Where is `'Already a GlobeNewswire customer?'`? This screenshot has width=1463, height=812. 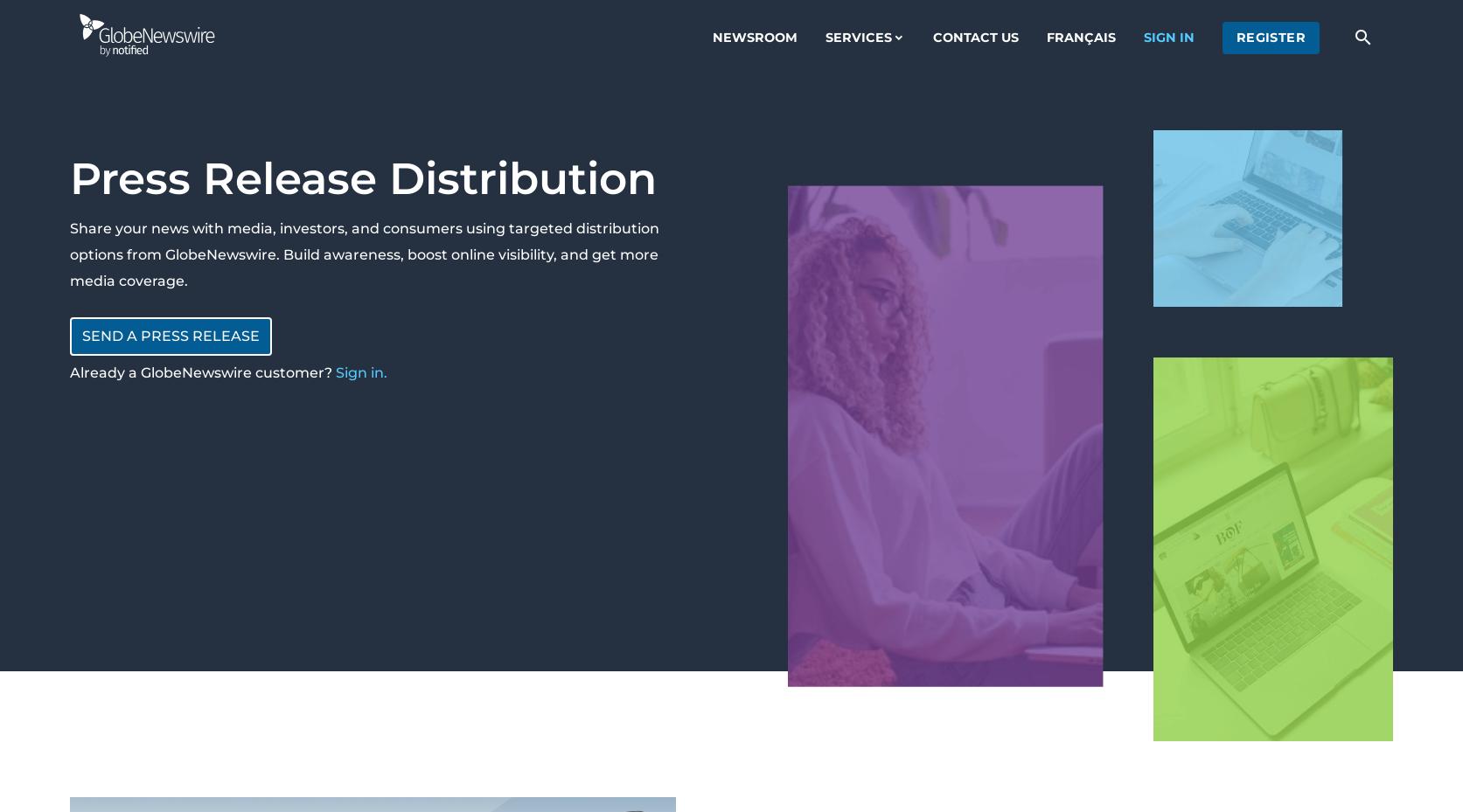 'Already a GlobeNewswire customer?' is located at coordinates (202, 371).